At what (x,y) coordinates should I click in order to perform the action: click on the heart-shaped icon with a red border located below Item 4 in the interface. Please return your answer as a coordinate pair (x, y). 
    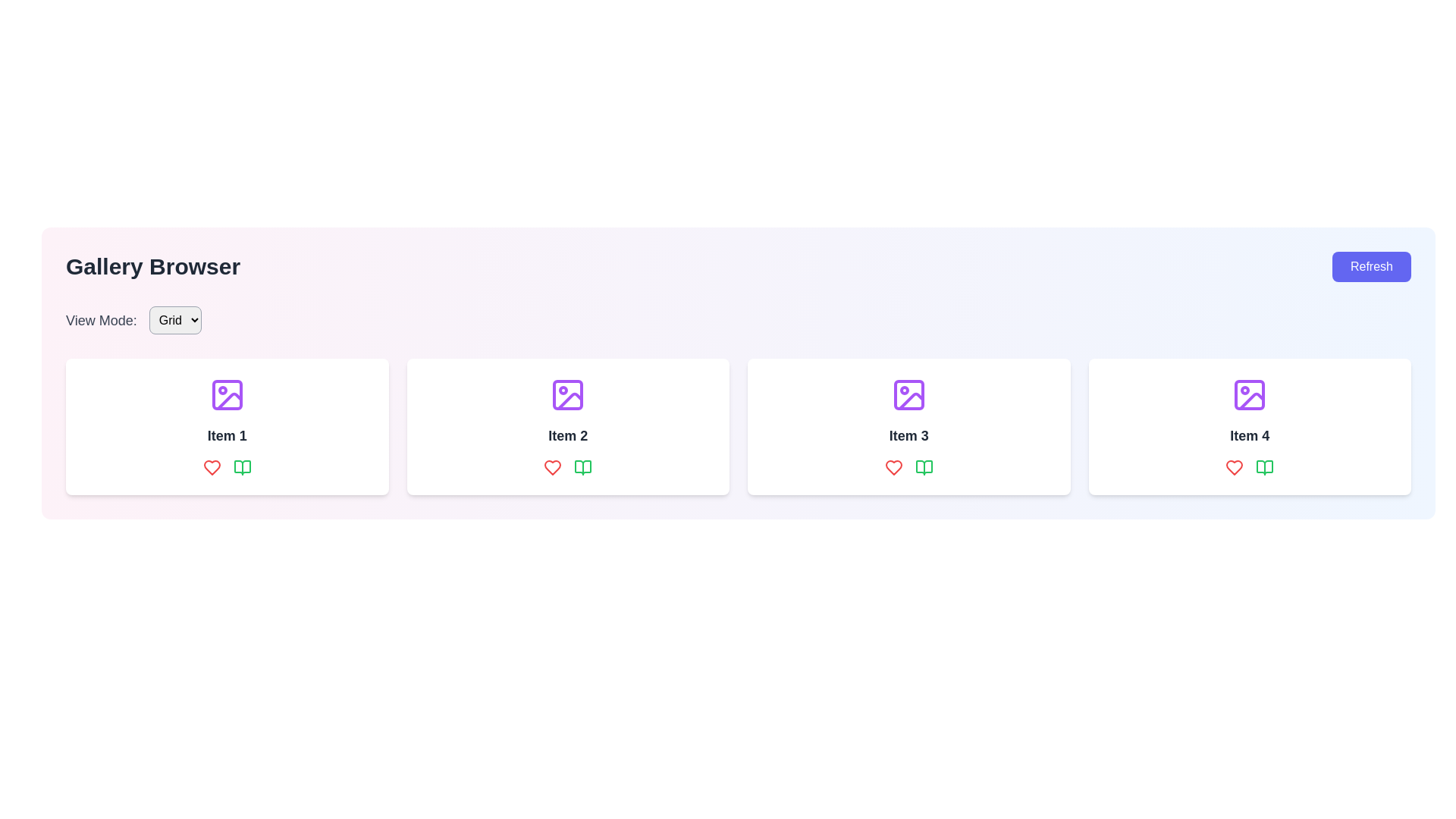
    Looking at the image, I should click on (1235, 467).